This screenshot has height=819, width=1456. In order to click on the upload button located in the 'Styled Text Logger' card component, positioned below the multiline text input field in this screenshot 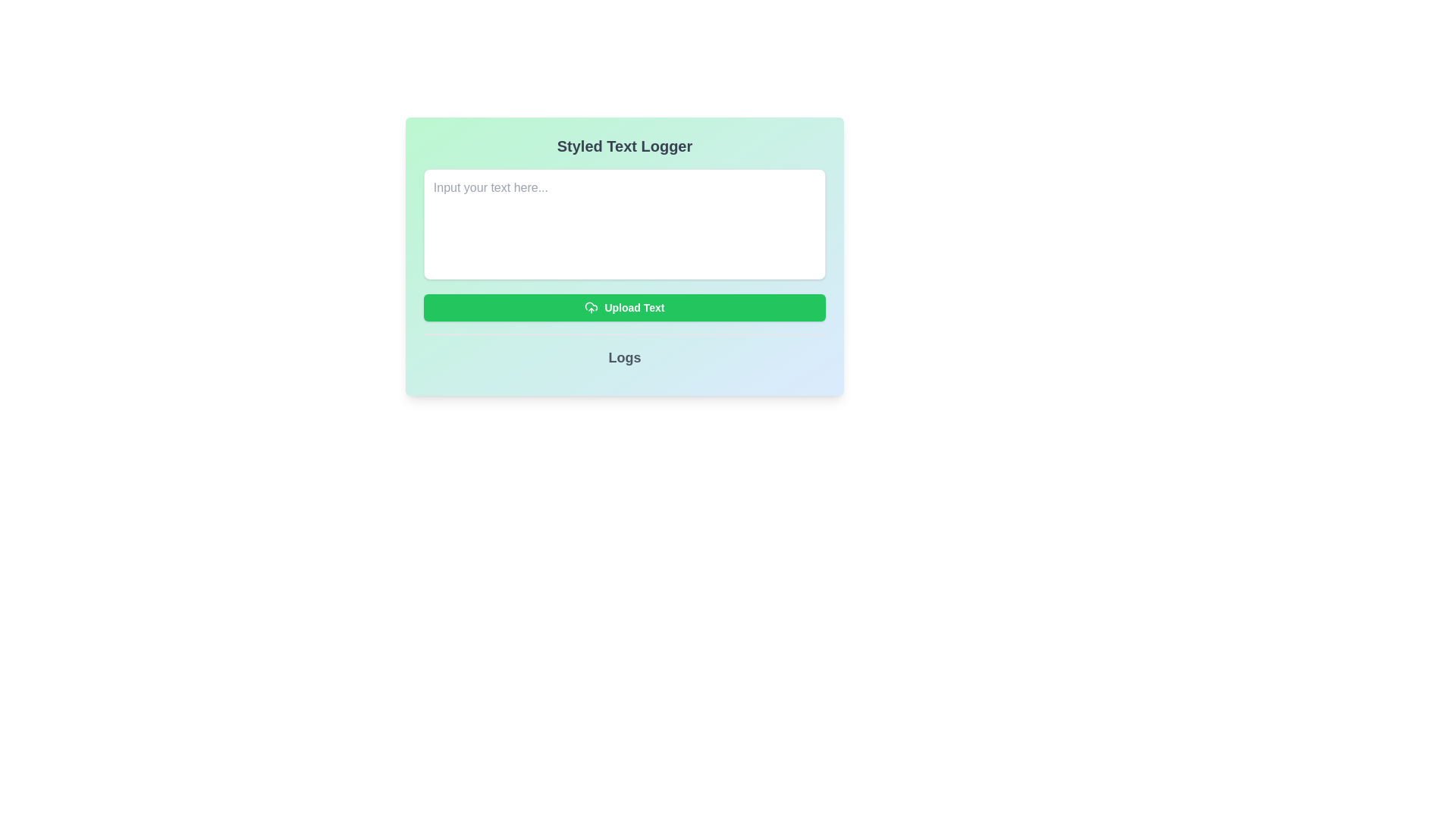, I will do `click(625, 307)`.